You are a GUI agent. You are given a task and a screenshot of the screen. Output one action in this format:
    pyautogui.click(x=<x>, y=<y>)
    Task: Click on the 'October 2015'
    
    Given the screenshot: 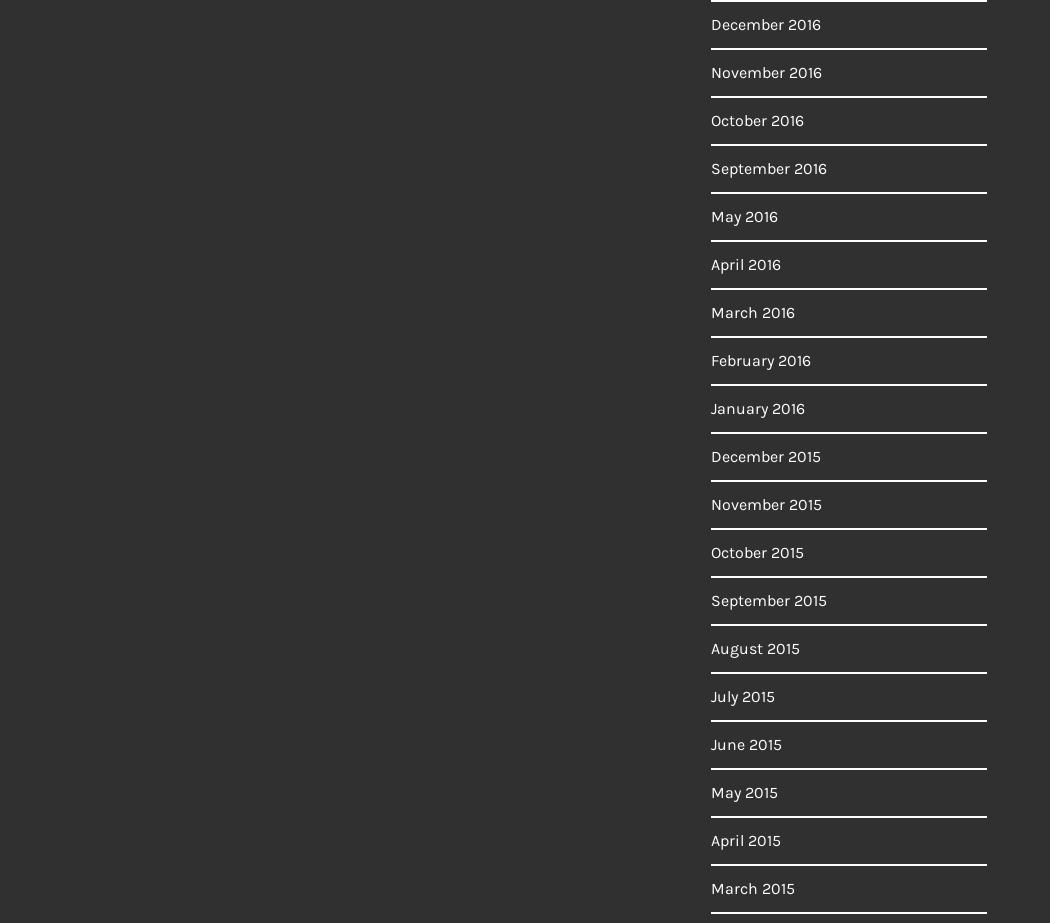 What is the action you would take?
    pyautogui.click(x=757, y=551)
    